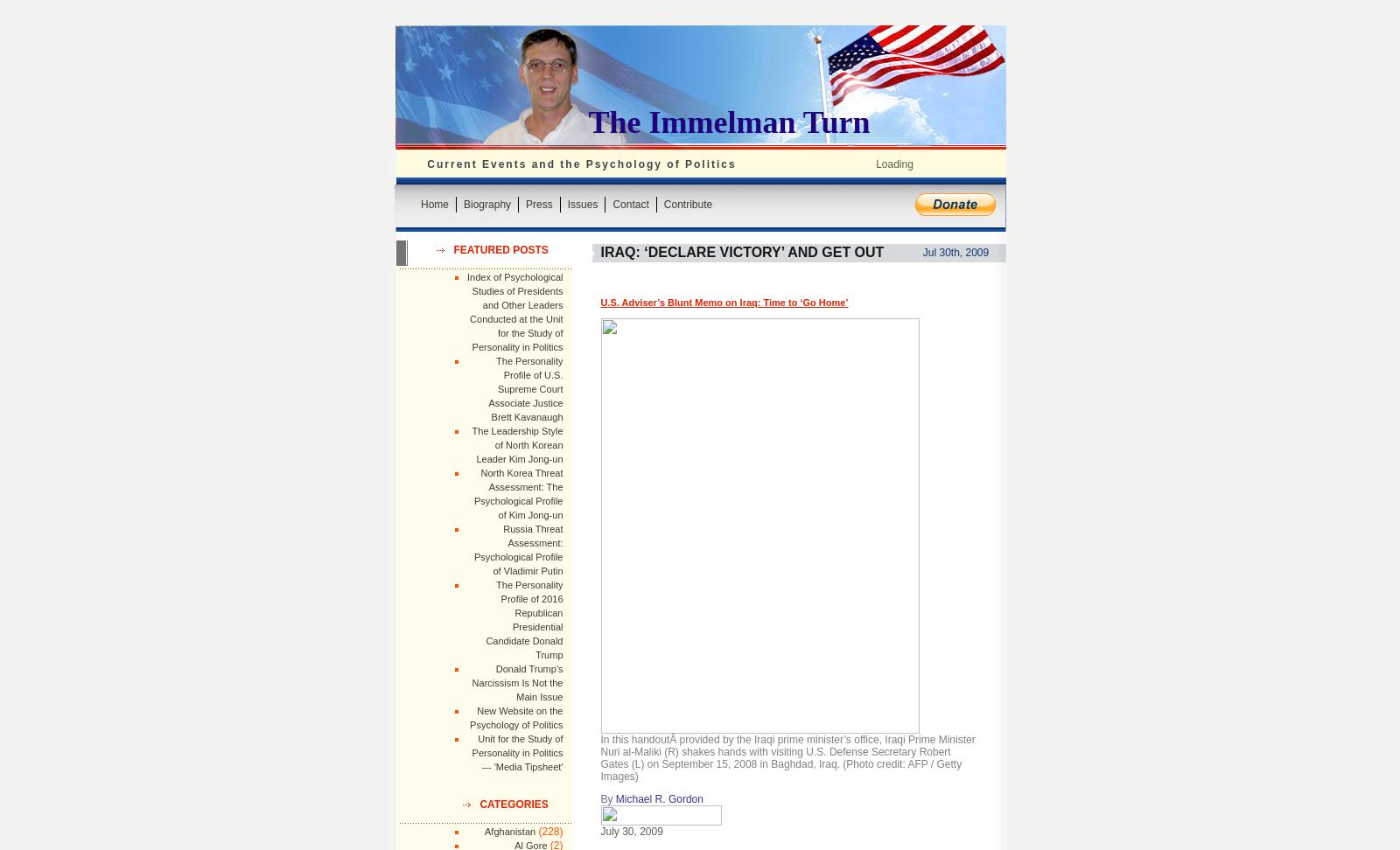 Image resolution: width=1400 pixels, height=850 pixels. What do you see at coordinates (549, 831) in the screenshot?
I see `'(228)'` at bounding box center [549, 831].